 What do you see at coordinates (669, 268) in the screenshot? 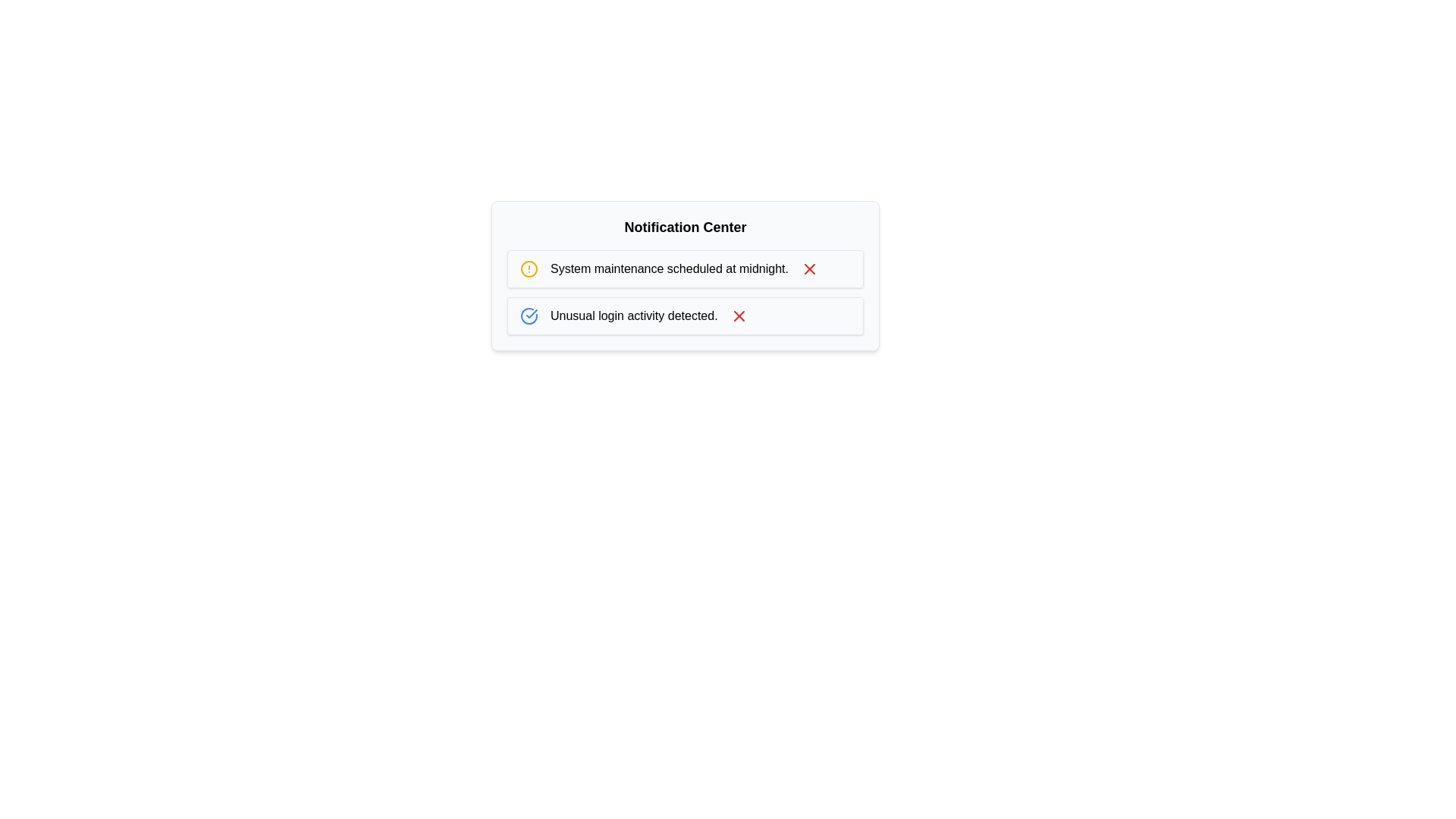
I see `text notification that states 'System maintenance scheduled at midnight.' which is located in the Notification Center, centered between an icon and a dismiss button` at bounding box center [669, 268].